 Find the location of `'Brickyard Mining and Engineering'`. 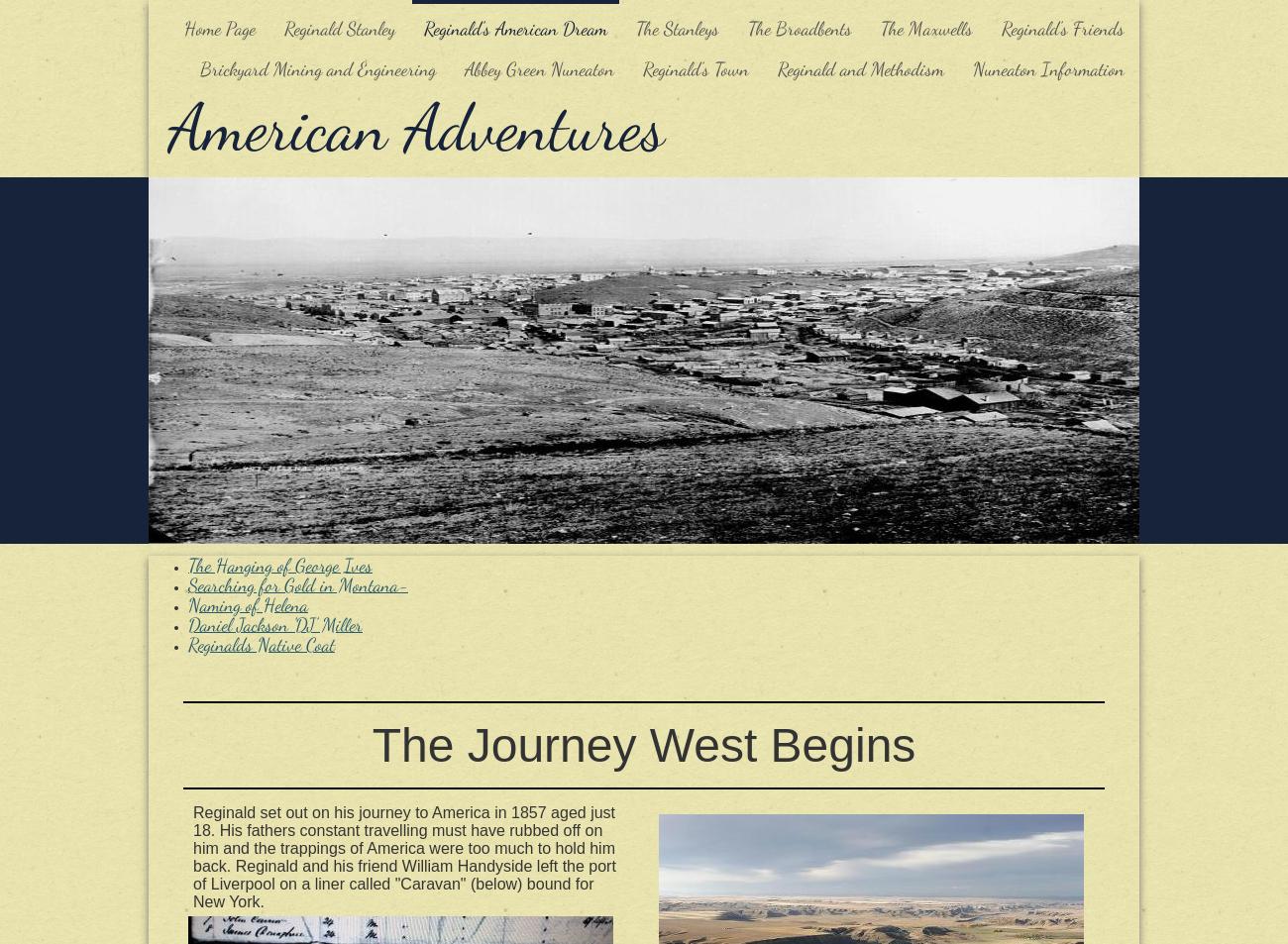

'Brickyard Mining and Engineering' is located at coordinates (317, 68).